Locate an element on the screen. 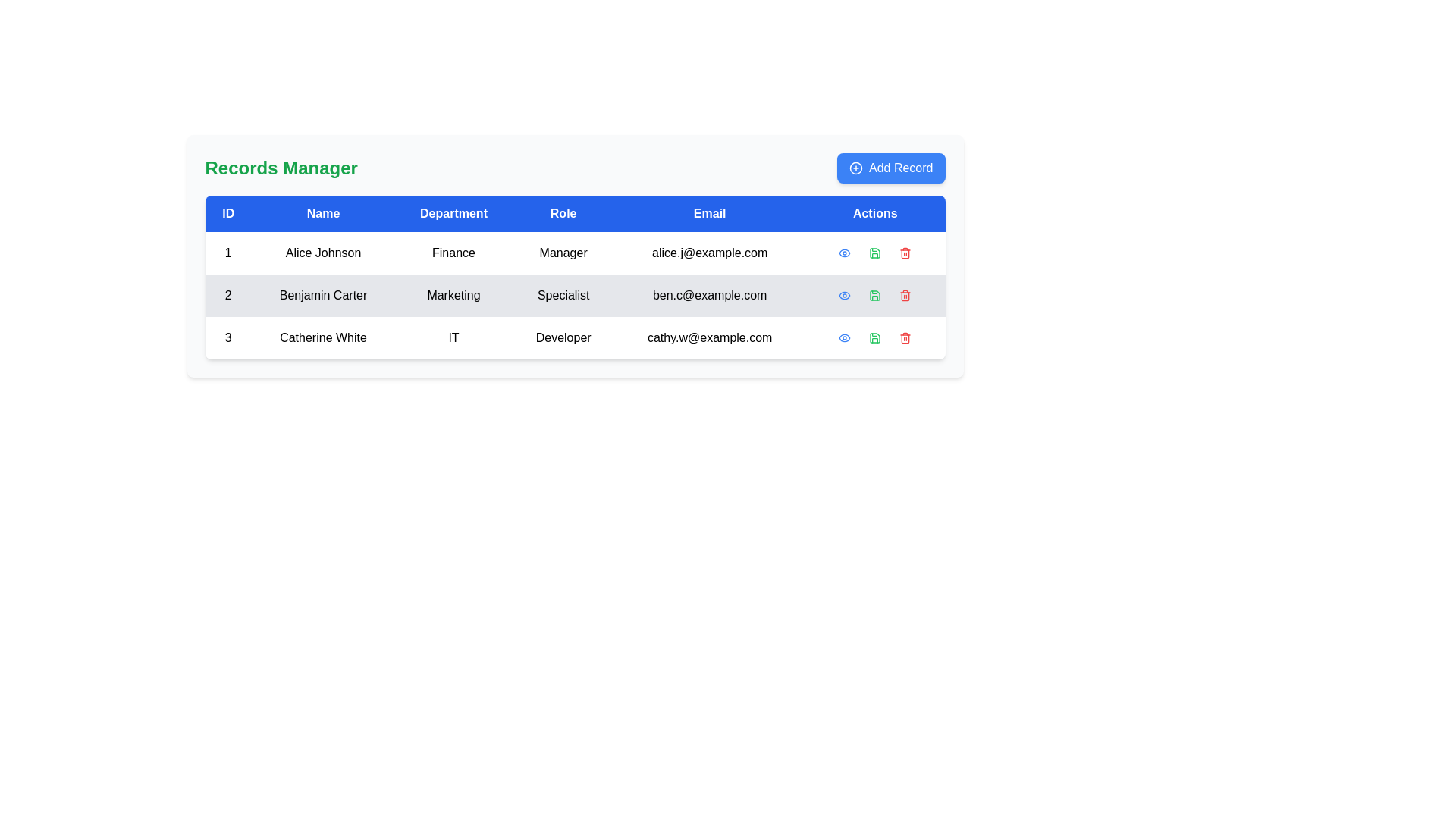 This screenshot has width=1456, height=819. the text label displaying the email address for 'Catherine White' in the 'Email' column of the data table is located at coordinates (709, 337).